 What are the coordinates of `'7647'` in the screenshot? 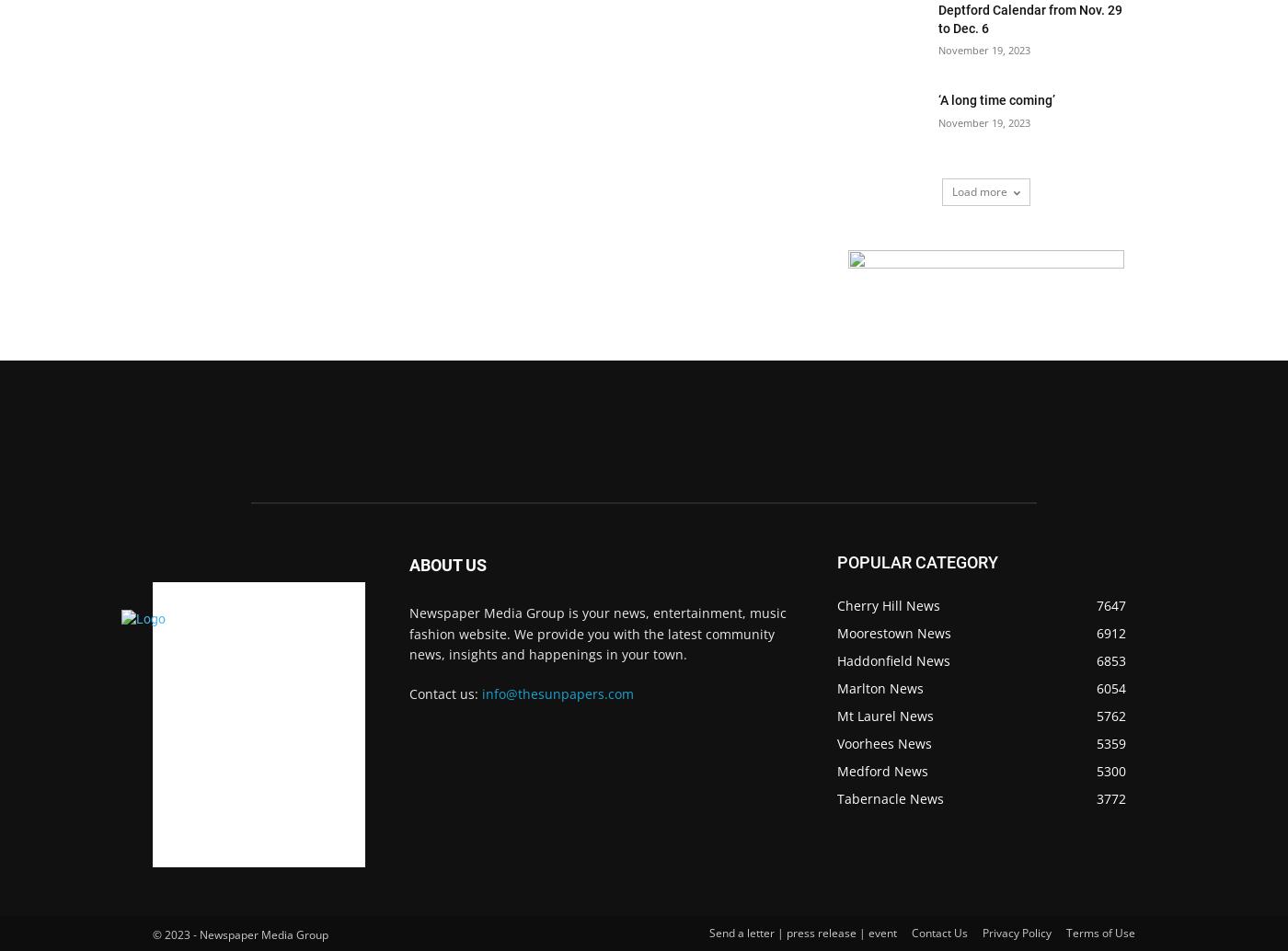 It's located at (1096, 605).